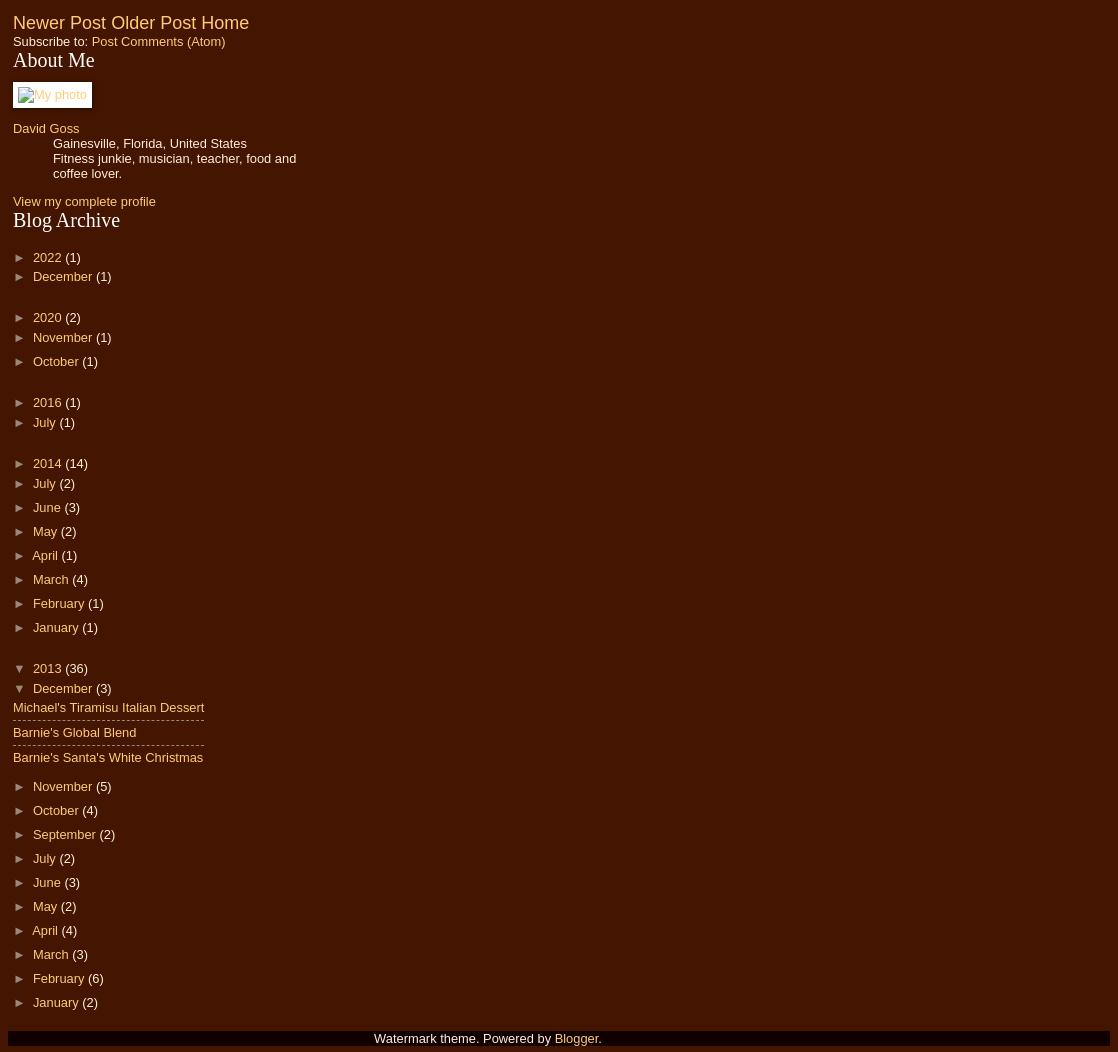  What do you see at coordinates (225, 23) in the screenshot?
I see `'Home'` at bounding box center [225, 23].